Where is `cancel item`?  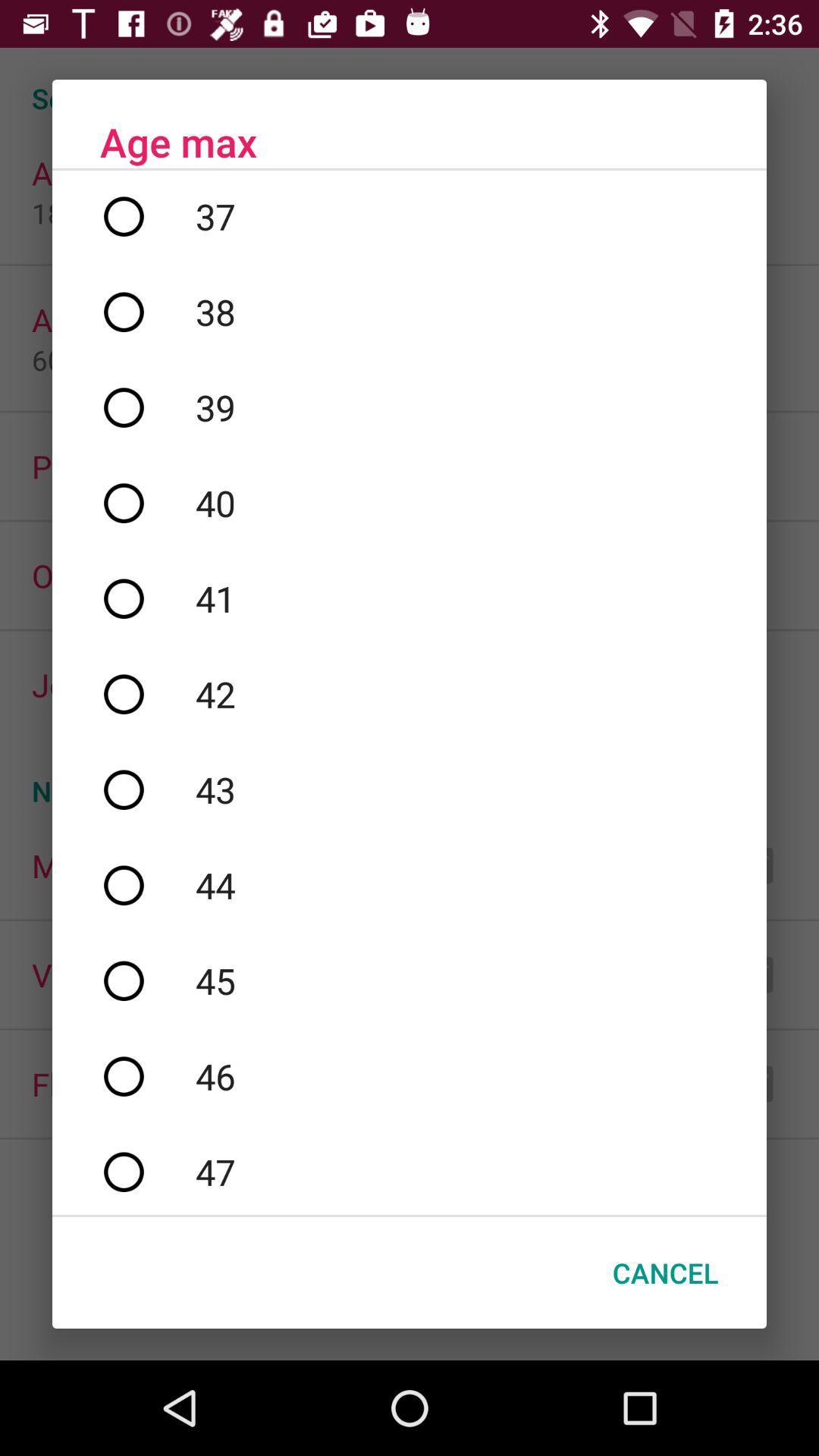 cancel item is located at coordinates (664, 1272).